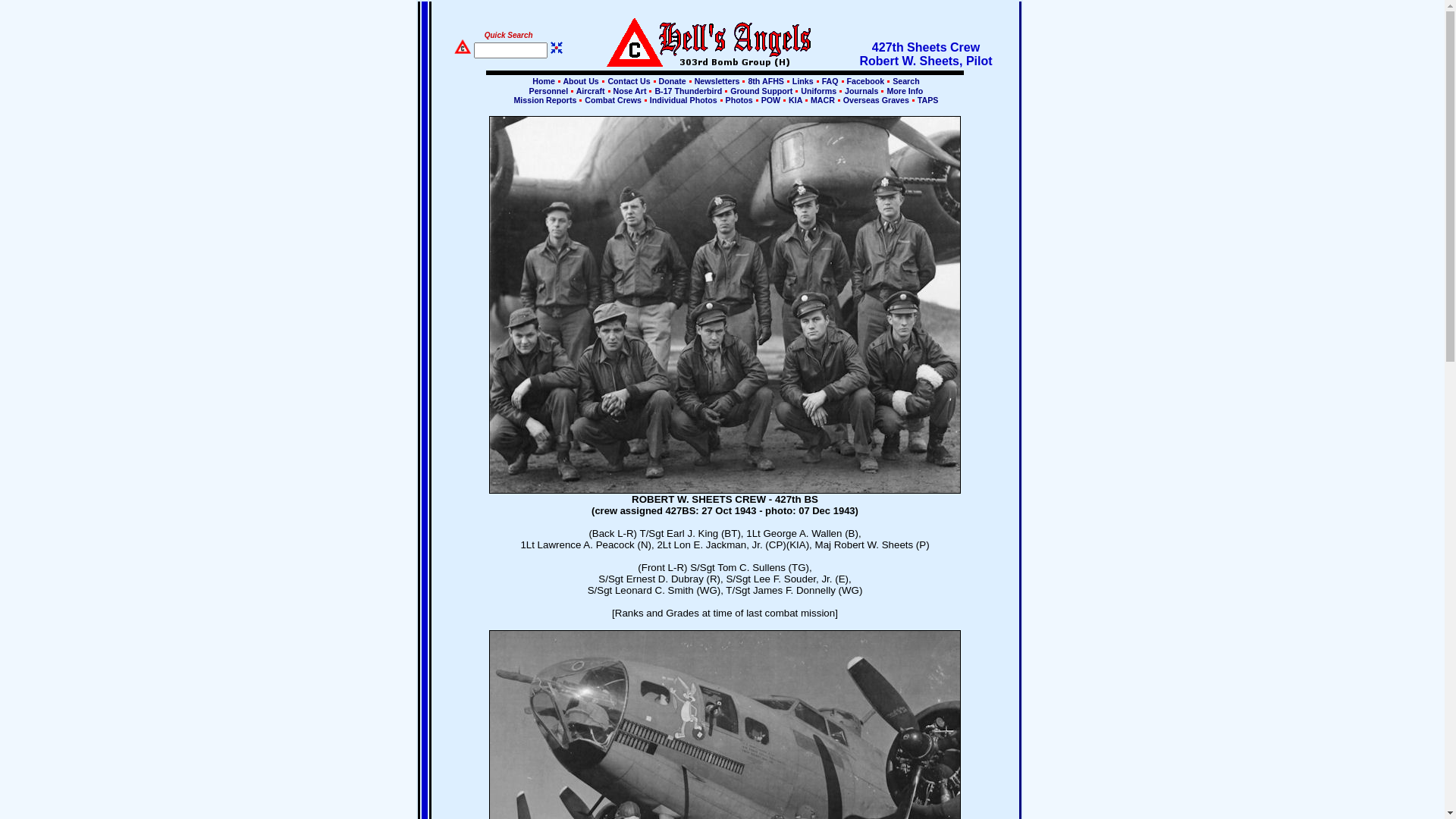 This screenshot has width=1456, height=819. What do you see at coordinates (761, 90) in the screenshot?
I see `'Ground Support'` at bounding box center [761, 90].